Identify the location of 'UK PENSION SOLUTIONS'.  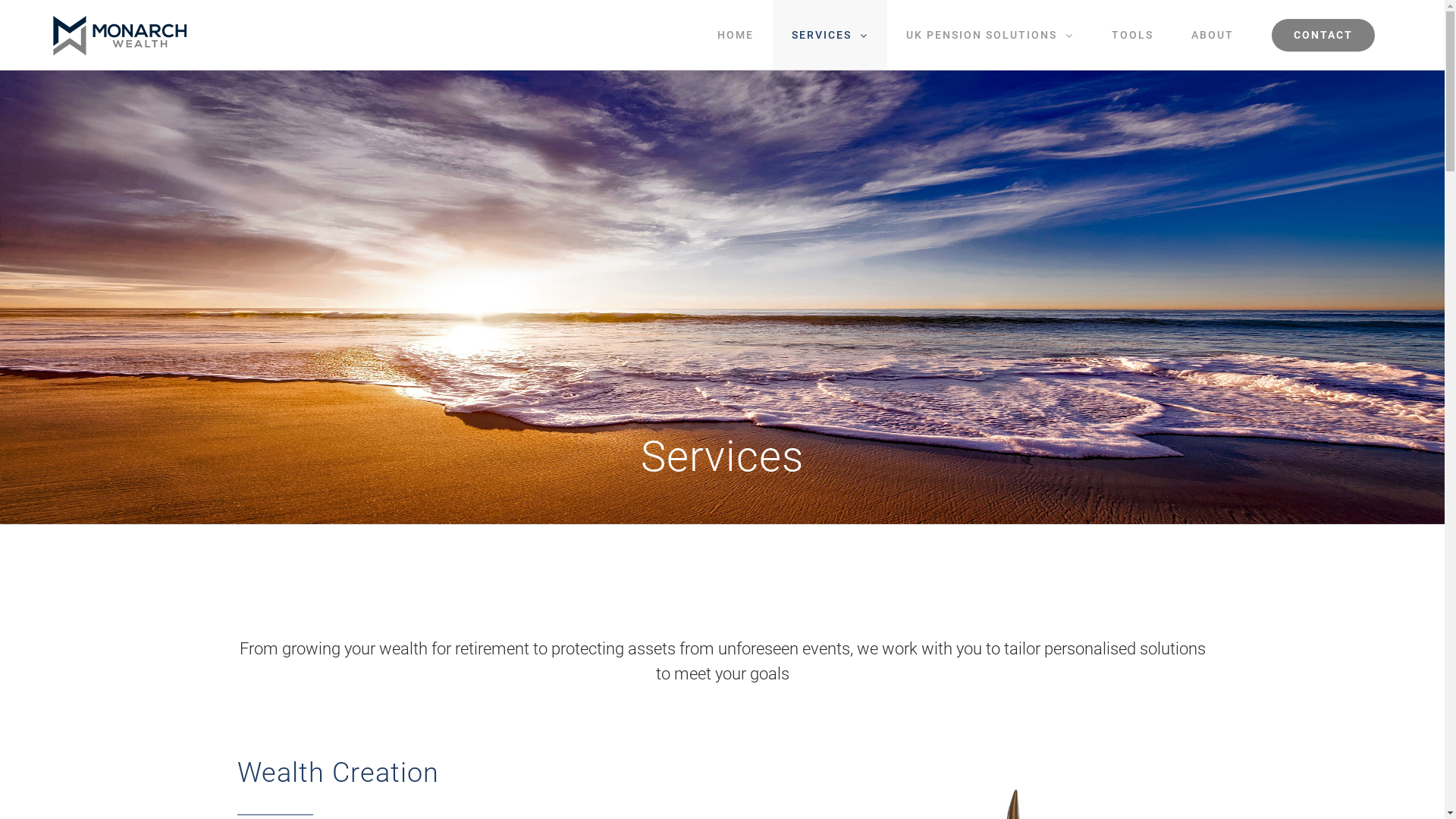
(990, 34).